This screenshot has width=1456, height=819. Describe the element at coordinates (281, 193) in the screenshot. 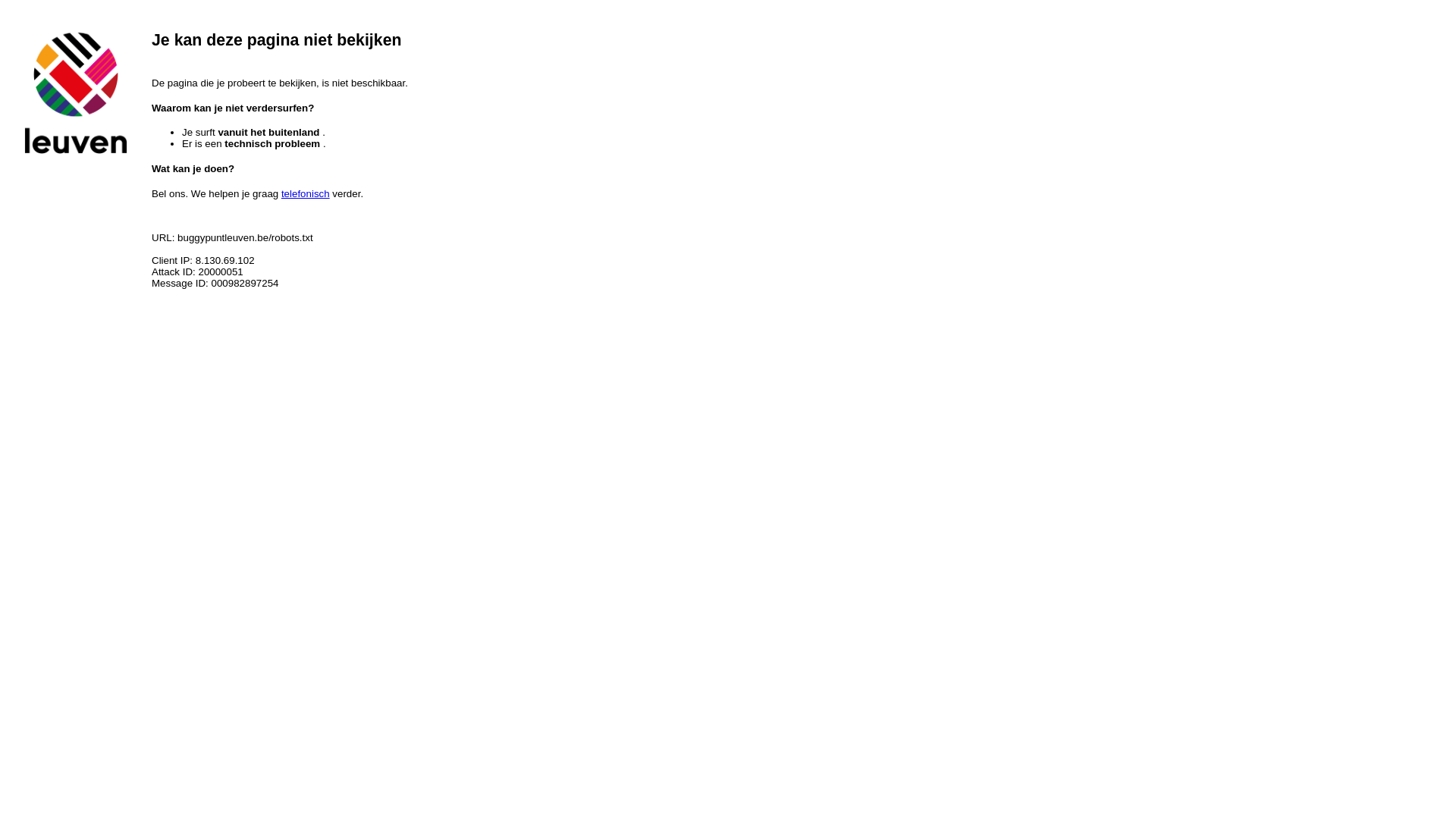

I see `'telefonisch'` at that location.